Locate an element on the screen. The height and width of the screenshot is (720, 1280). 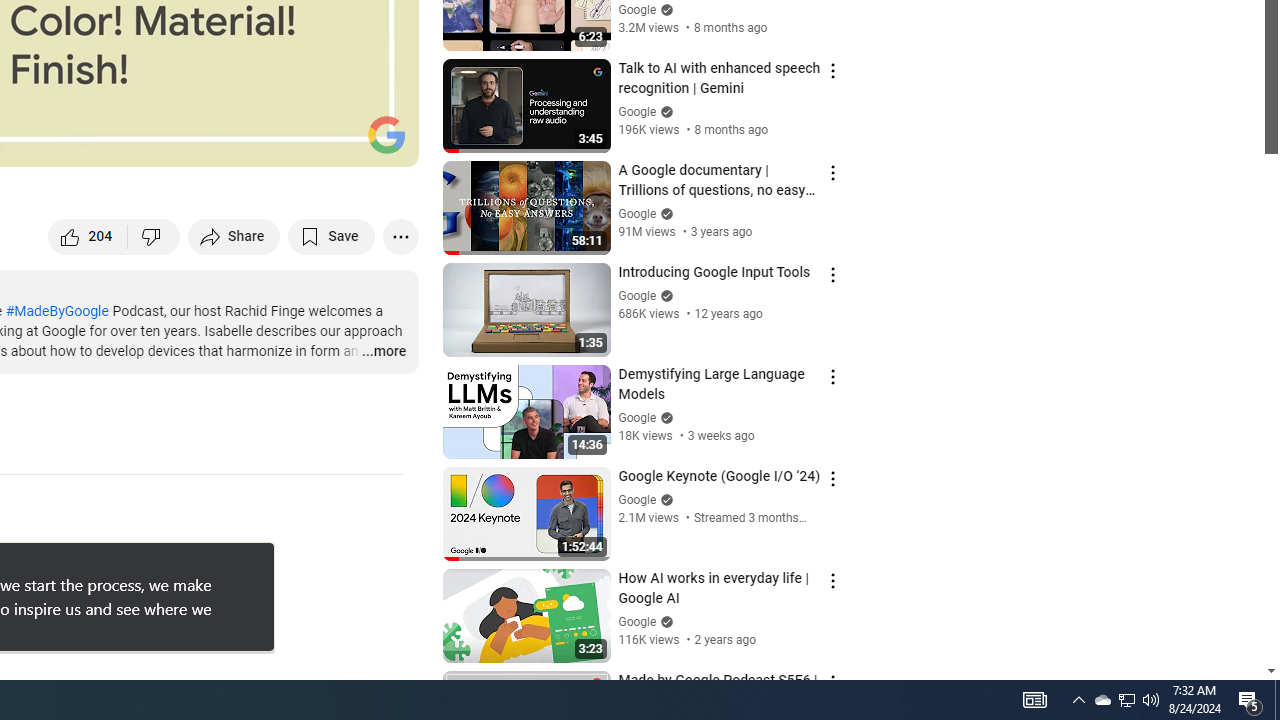
'Dislike this video' is located at coordinates (153, 235).